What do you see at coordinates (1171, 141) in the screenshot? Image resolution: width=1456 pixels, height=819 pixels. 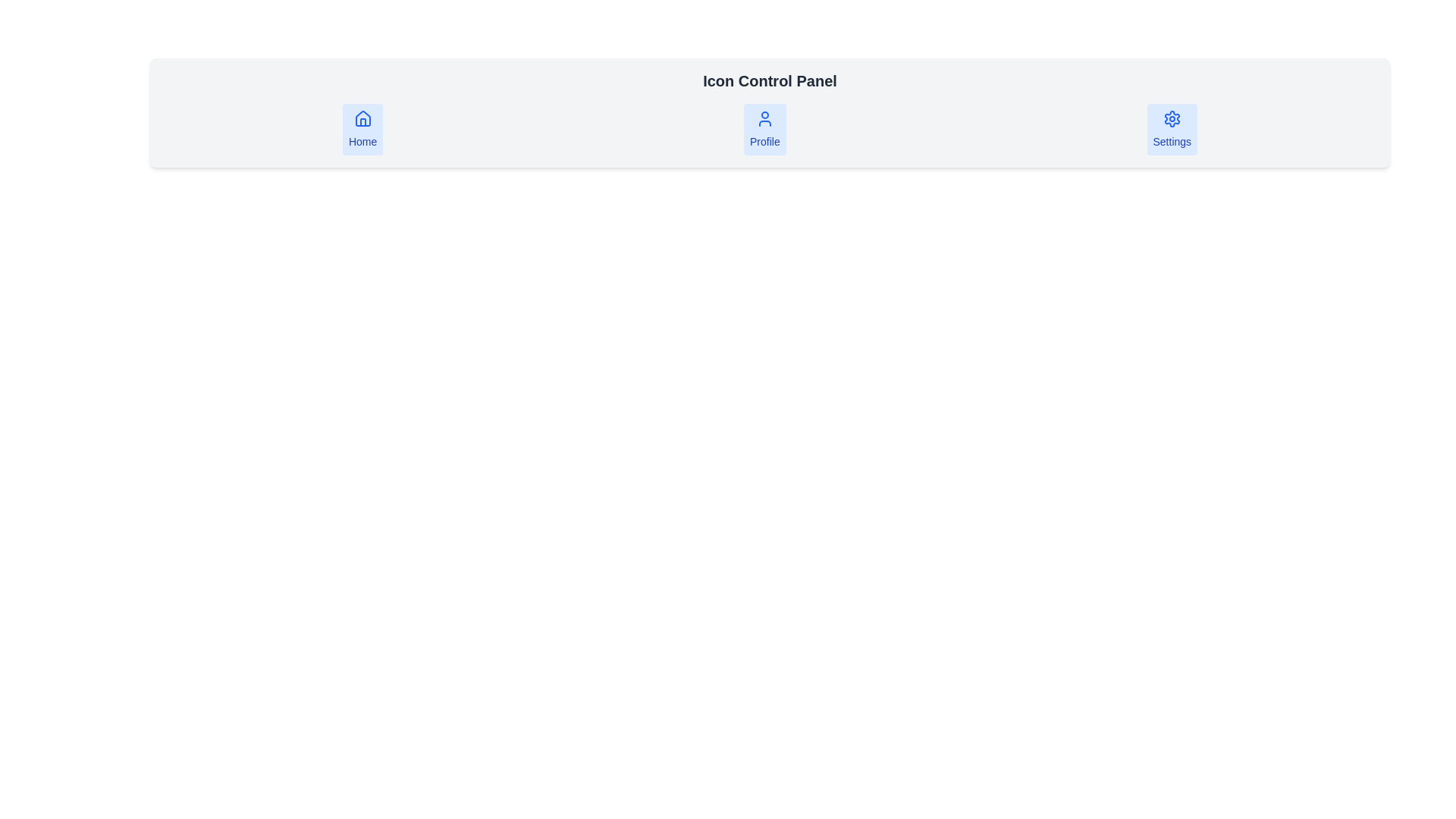 I see `the text label displaying 'Settings' in blue color, located within the button styled with a blue-themed background and rounded corners on the far right of the horizontal toolbar` at bounding box center [1171, 141].